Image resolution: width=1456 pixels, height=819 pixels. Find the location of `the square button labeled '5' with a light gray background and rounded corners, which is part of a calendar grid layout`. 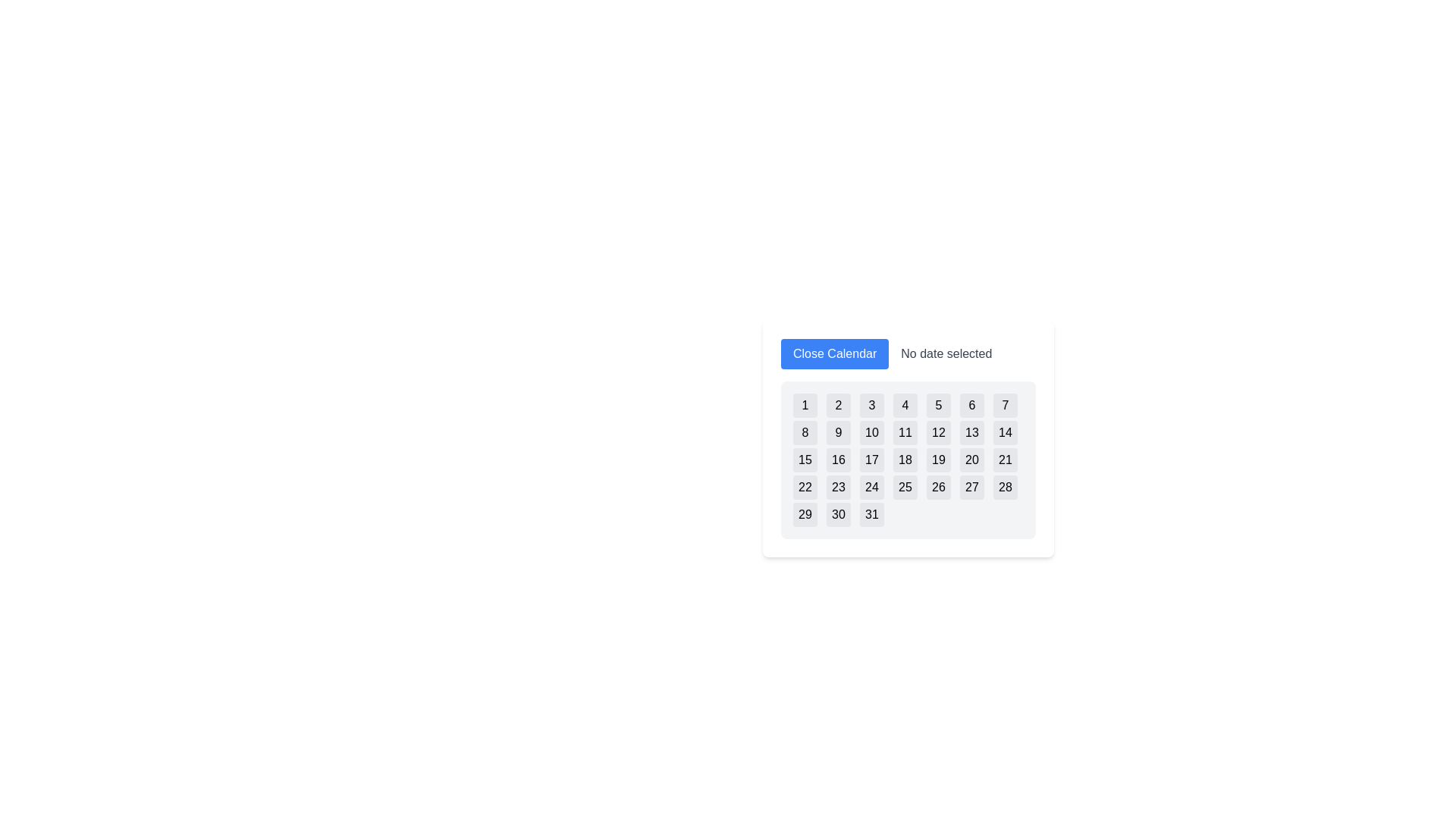

the square button labeled '5' with a light gray background and rounded corners, which is part of a calendar grid layout is located at coordinates (938, 405).